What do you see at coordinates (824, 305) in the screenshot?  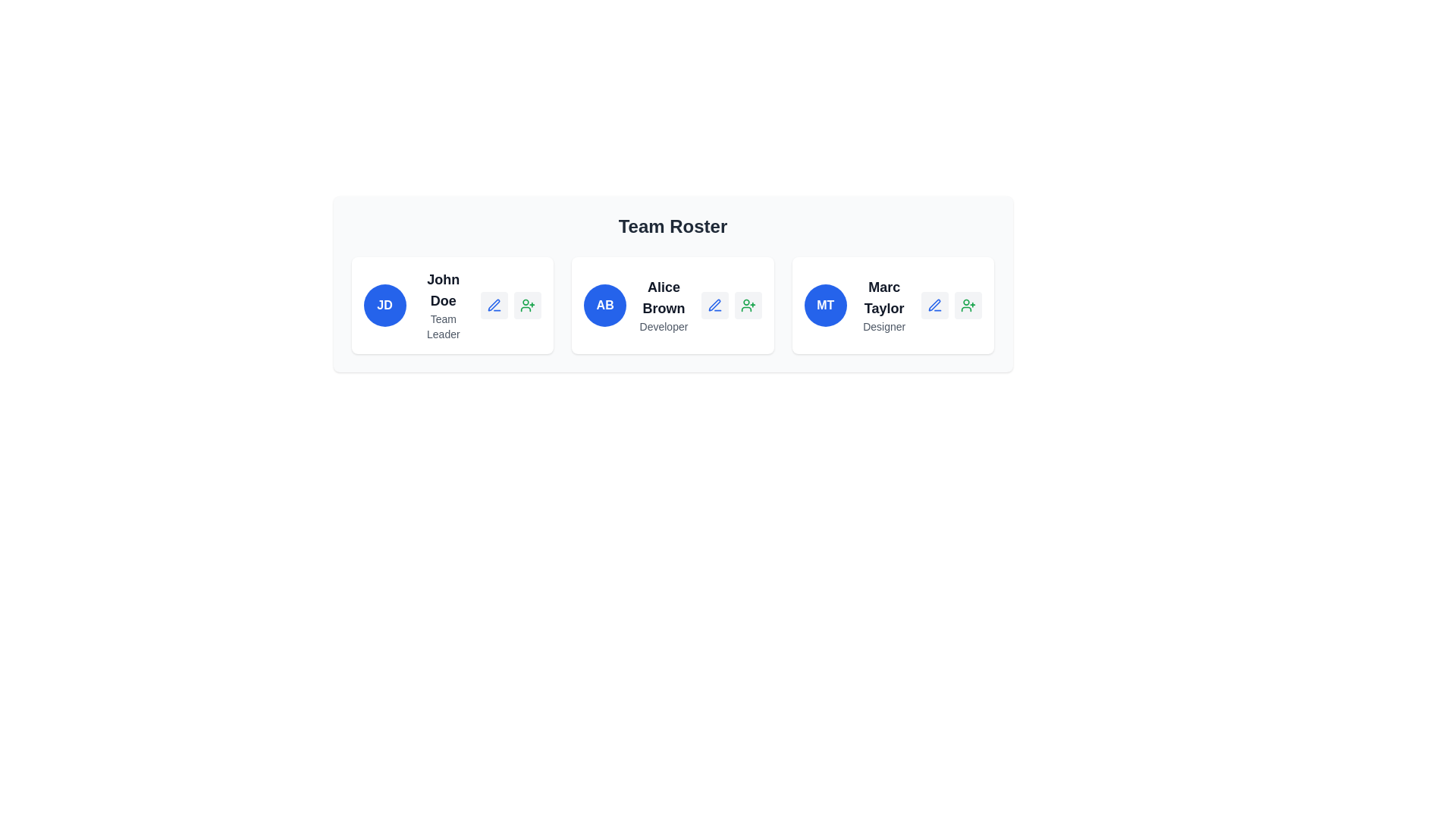 I see `the circular Avatar Badge with a blue background and white uppercase text 'MT', which is positioned to the left of the text 'Marc Taylor' and 'Designer' within the rightmost card of three cards in the list view` at bounding box center [824, 305].